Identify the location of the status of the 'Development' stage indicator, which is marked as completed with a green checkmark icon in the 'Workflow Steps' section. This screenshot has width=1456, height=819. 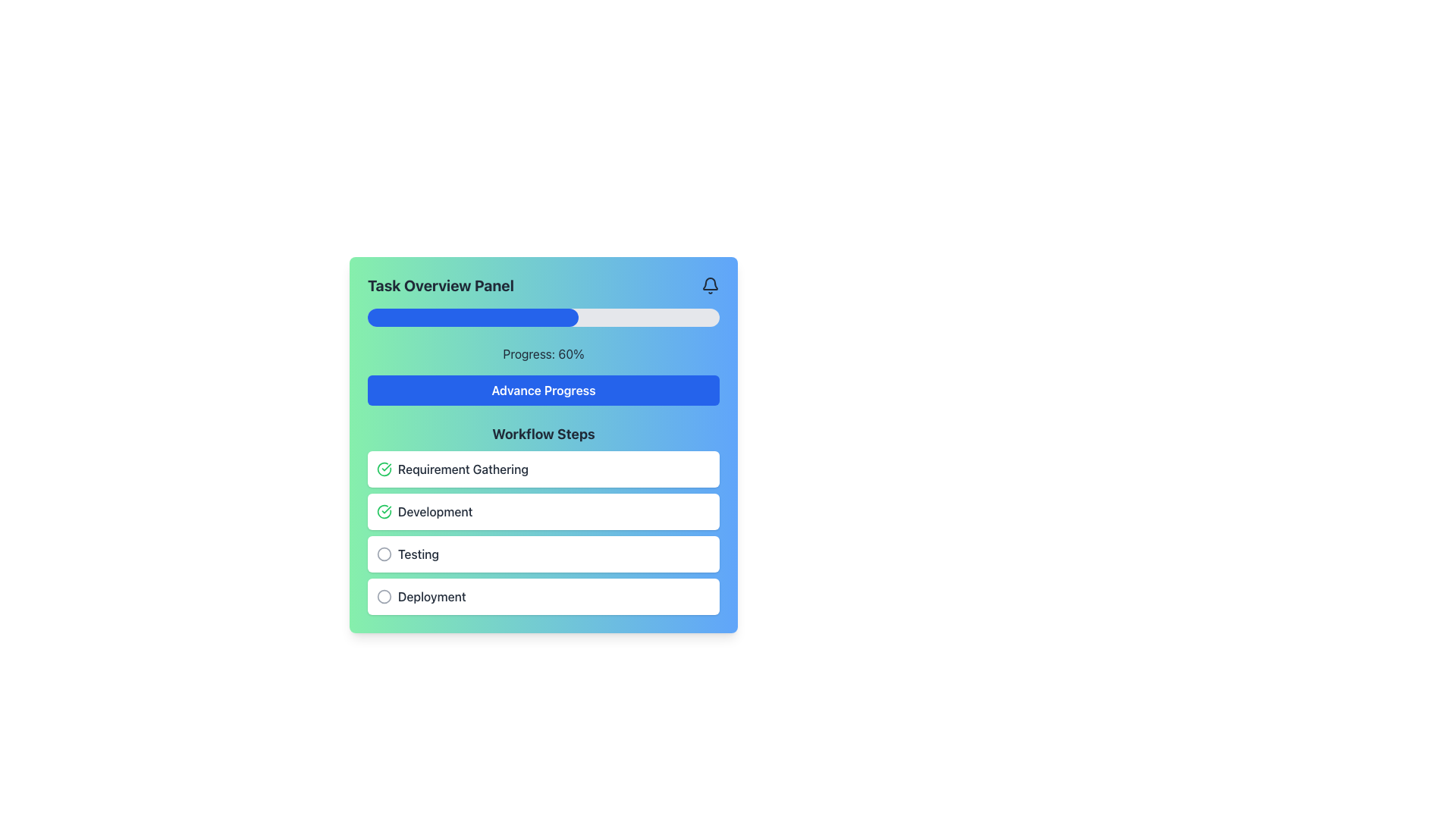
(543, 512).